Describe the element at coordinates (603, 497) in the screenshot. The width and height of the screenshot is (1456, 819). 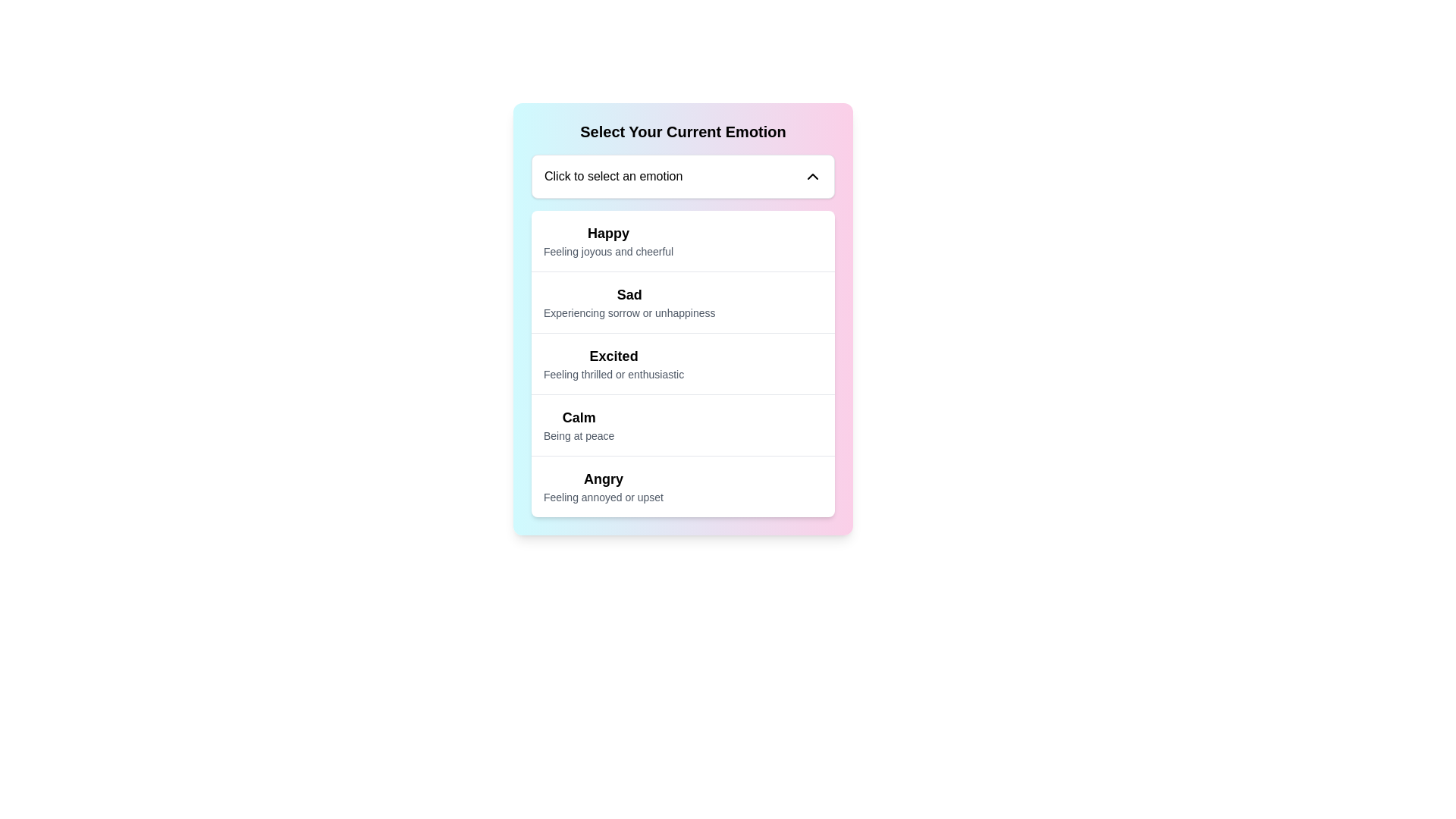
I see `the static text providing additional information about the emotion 'Angry' located under the 'Angry' emotion title` at that location.